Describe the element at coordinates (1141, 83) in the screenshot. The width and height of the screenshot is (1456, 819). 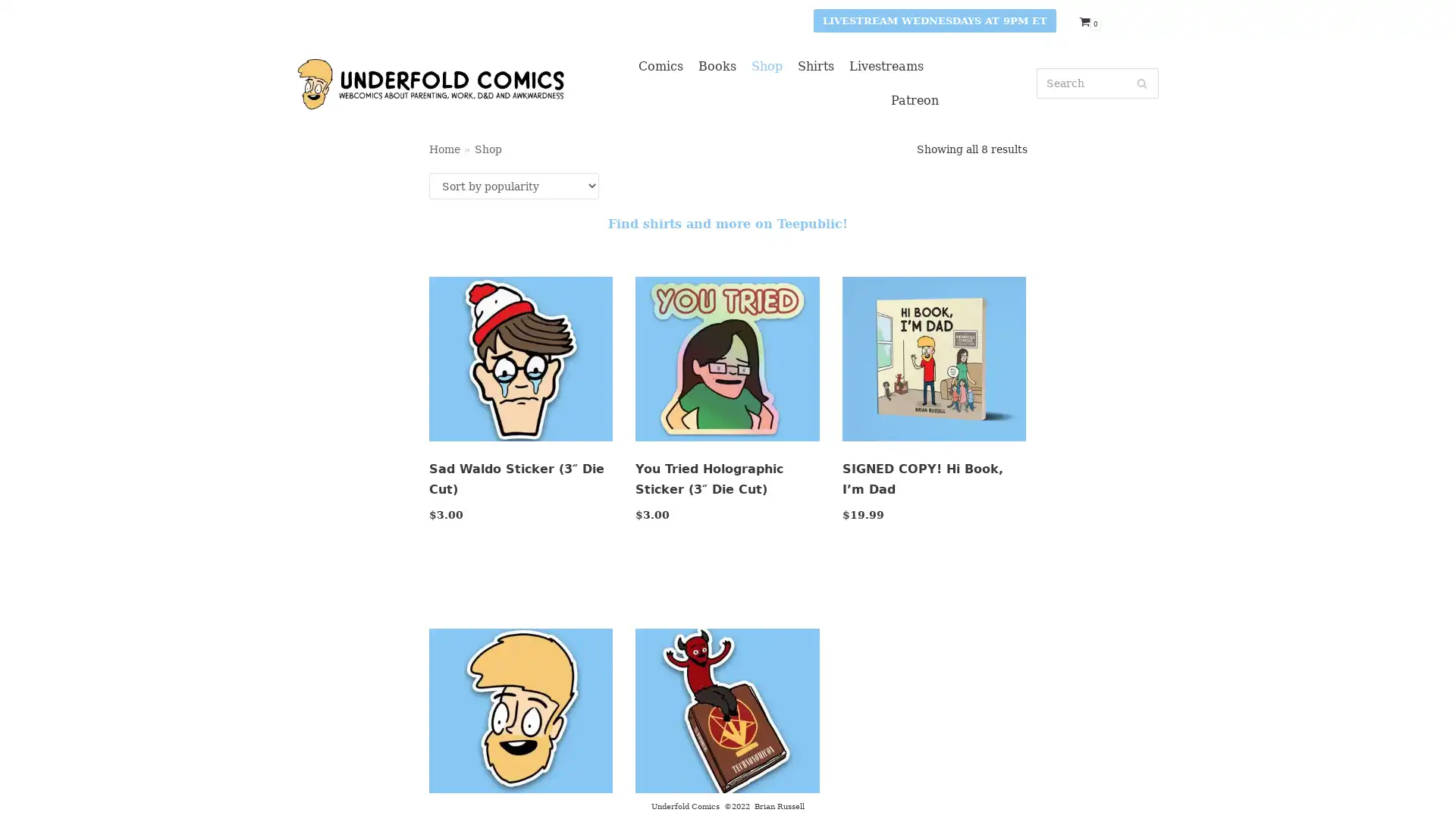
I see `Search` at that location.